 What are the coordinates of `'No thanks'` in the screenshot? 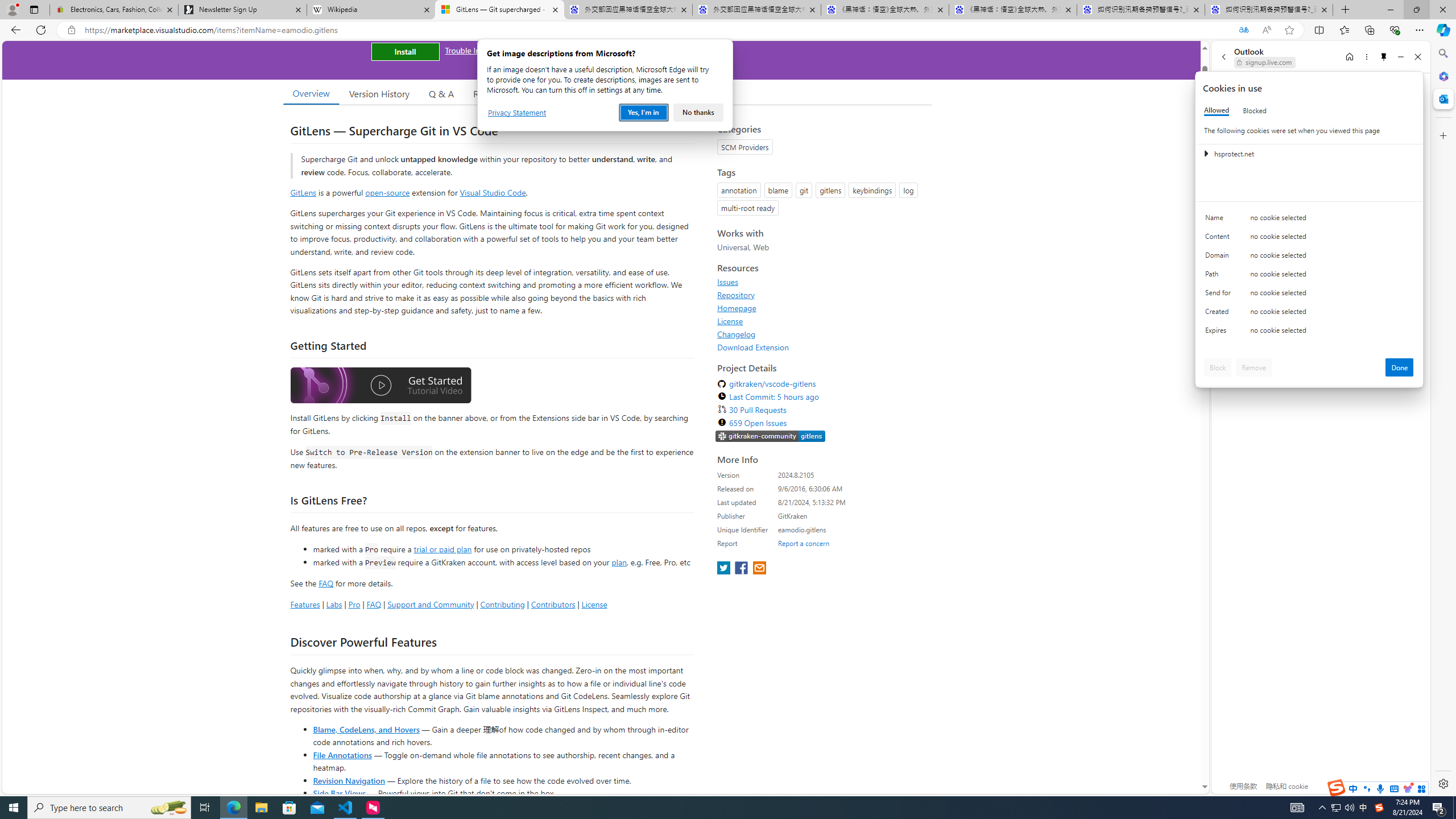 It's located at (698, 113).